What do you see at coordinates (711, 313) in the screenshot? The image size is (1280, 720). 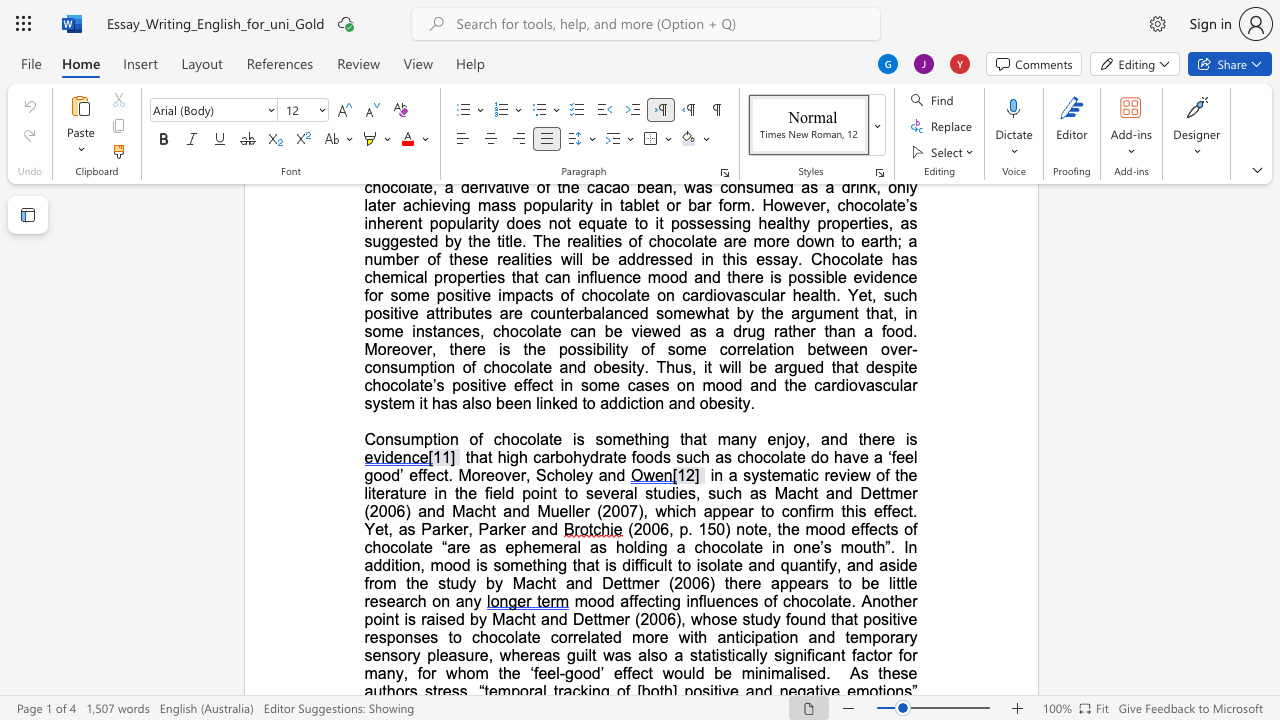 I see `the 1th character "h" in the text` at bounding box center [711, 313].